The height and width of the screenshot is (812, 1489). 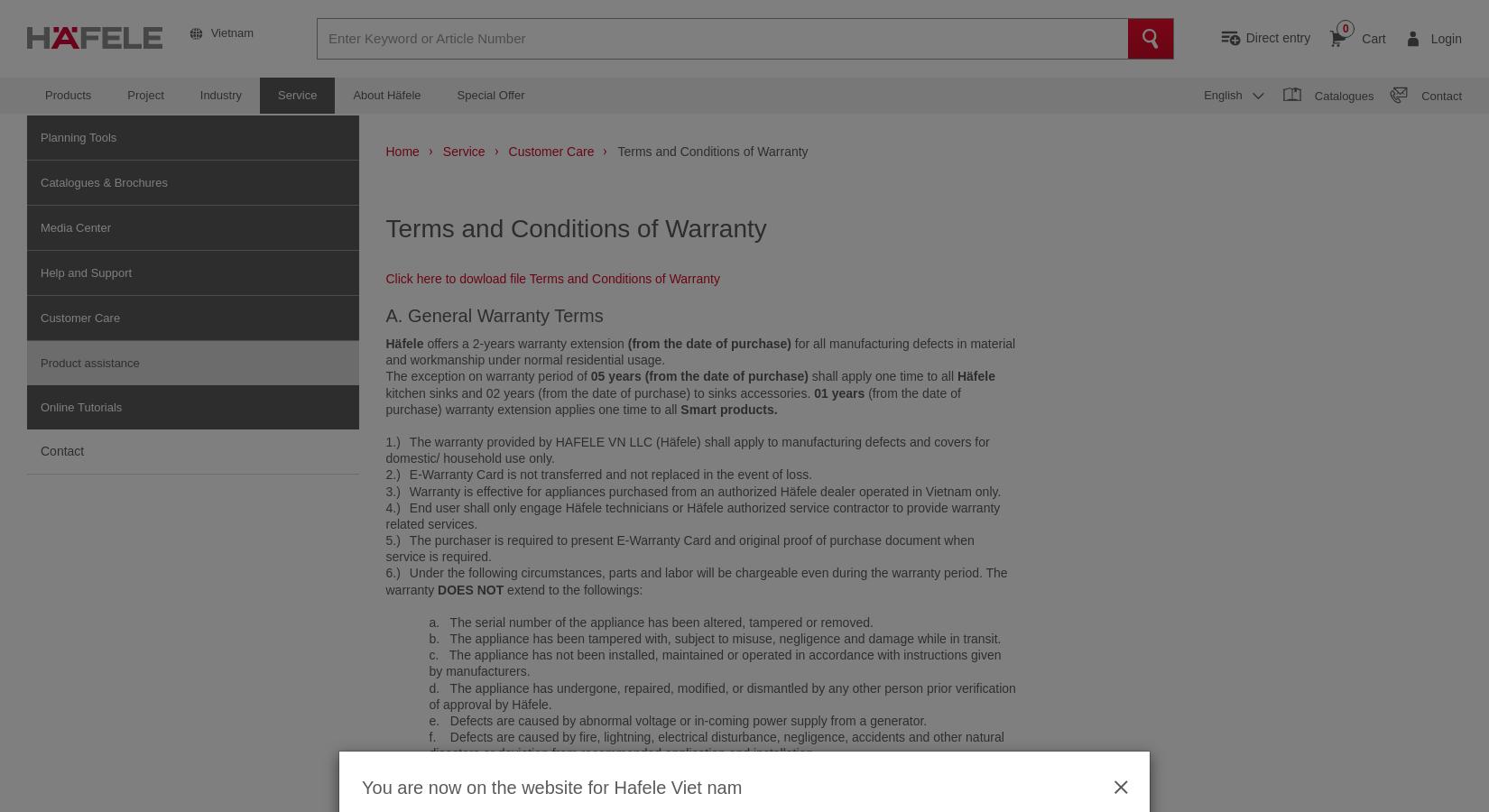 I want to click on '01 years', so click(x=840, y=392).